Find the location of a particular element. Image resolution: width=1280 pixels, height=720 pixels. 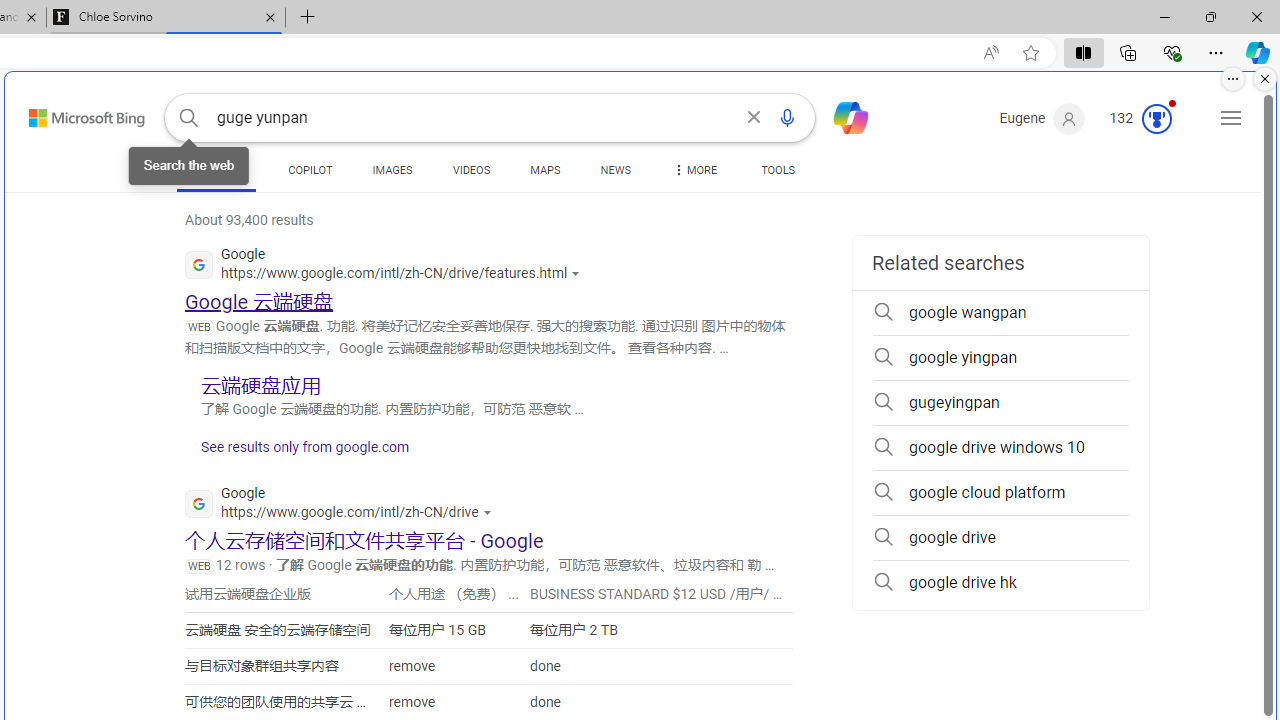

'Search using voice' is located at coordinates (786, 118).